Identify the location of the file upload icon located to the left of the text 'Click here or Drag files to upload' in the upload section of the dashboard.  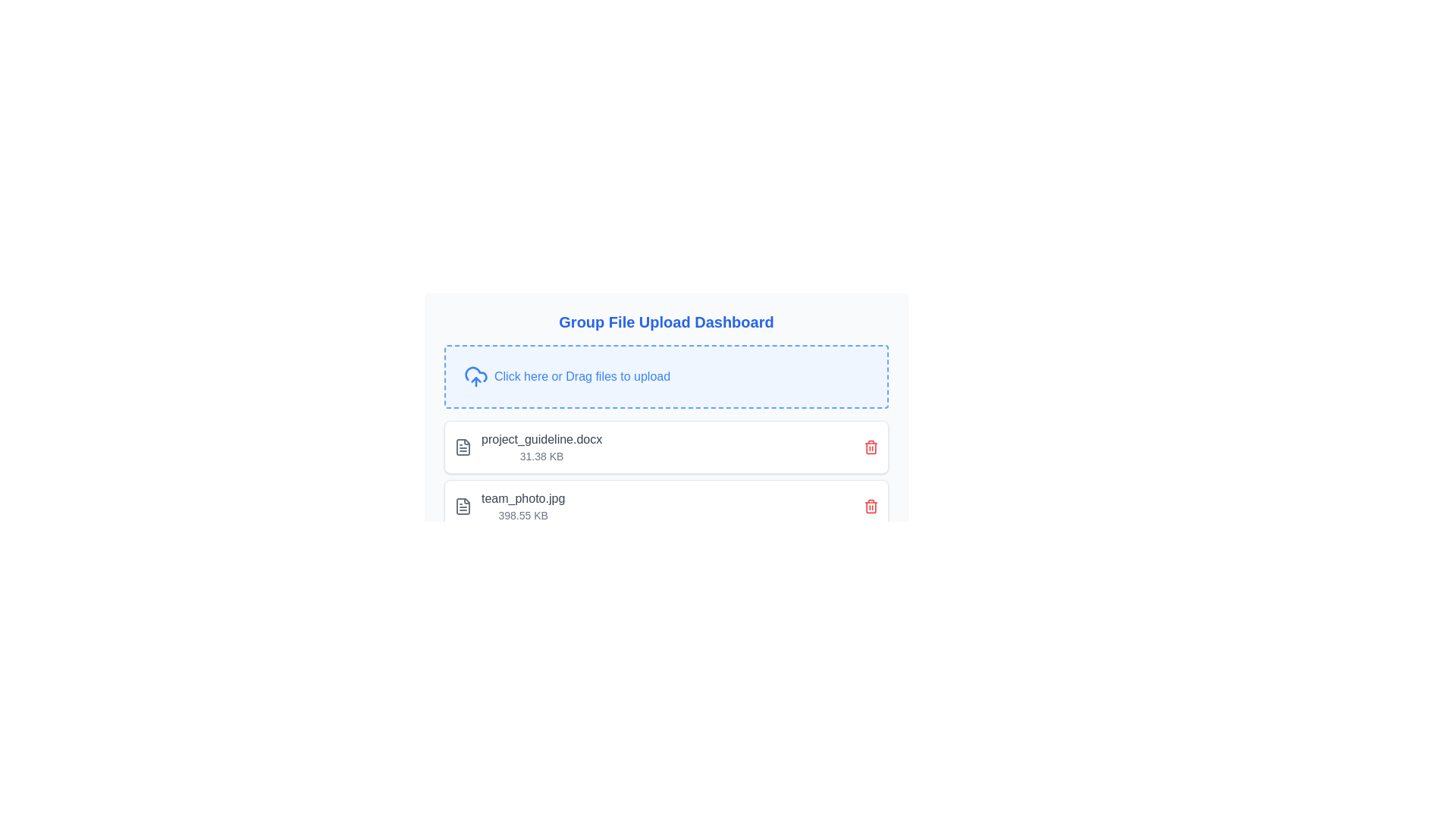
(475, 376).